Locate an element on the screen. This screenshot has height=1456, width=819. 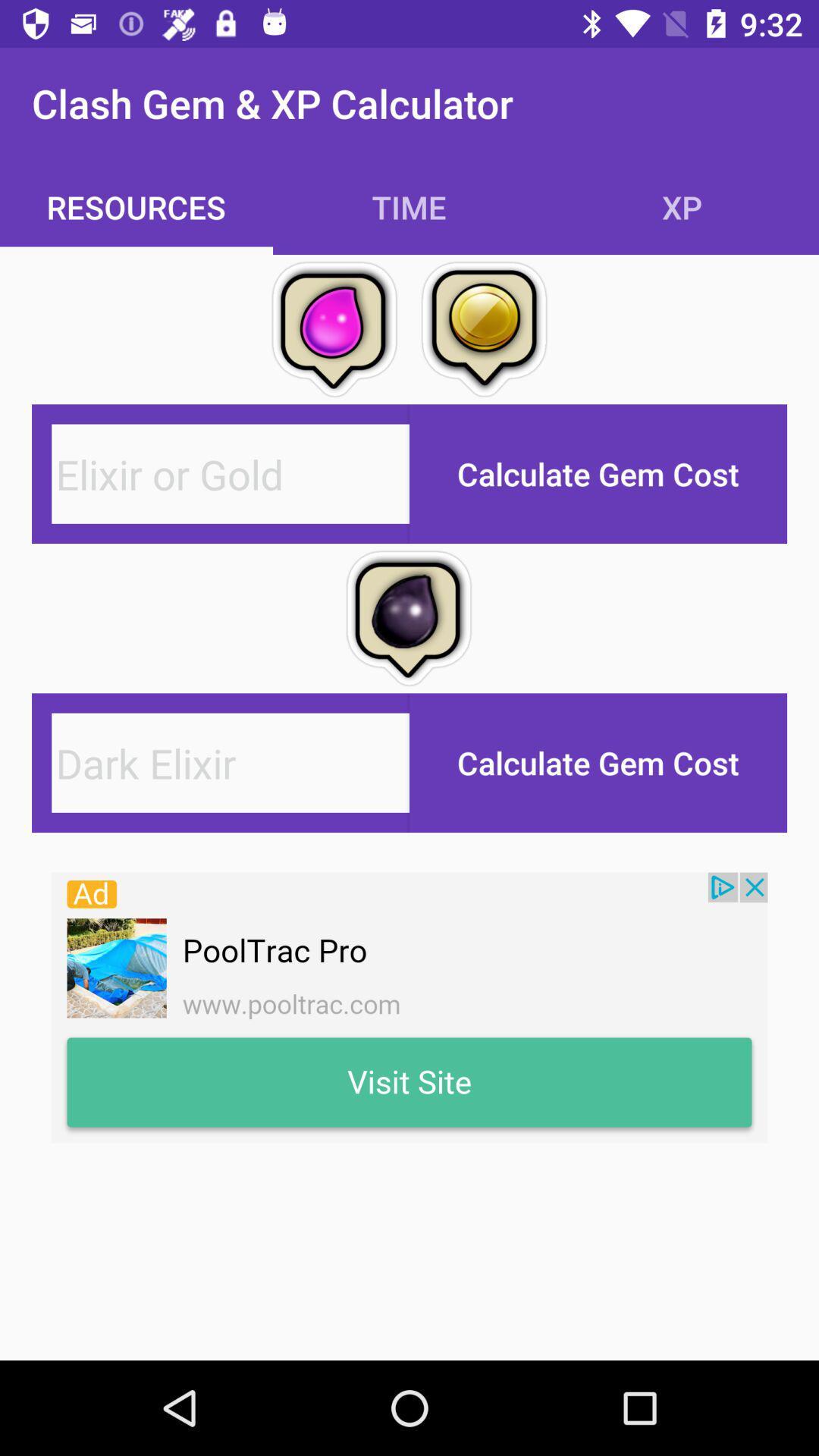
formula page is located at coordinates (231, 473).